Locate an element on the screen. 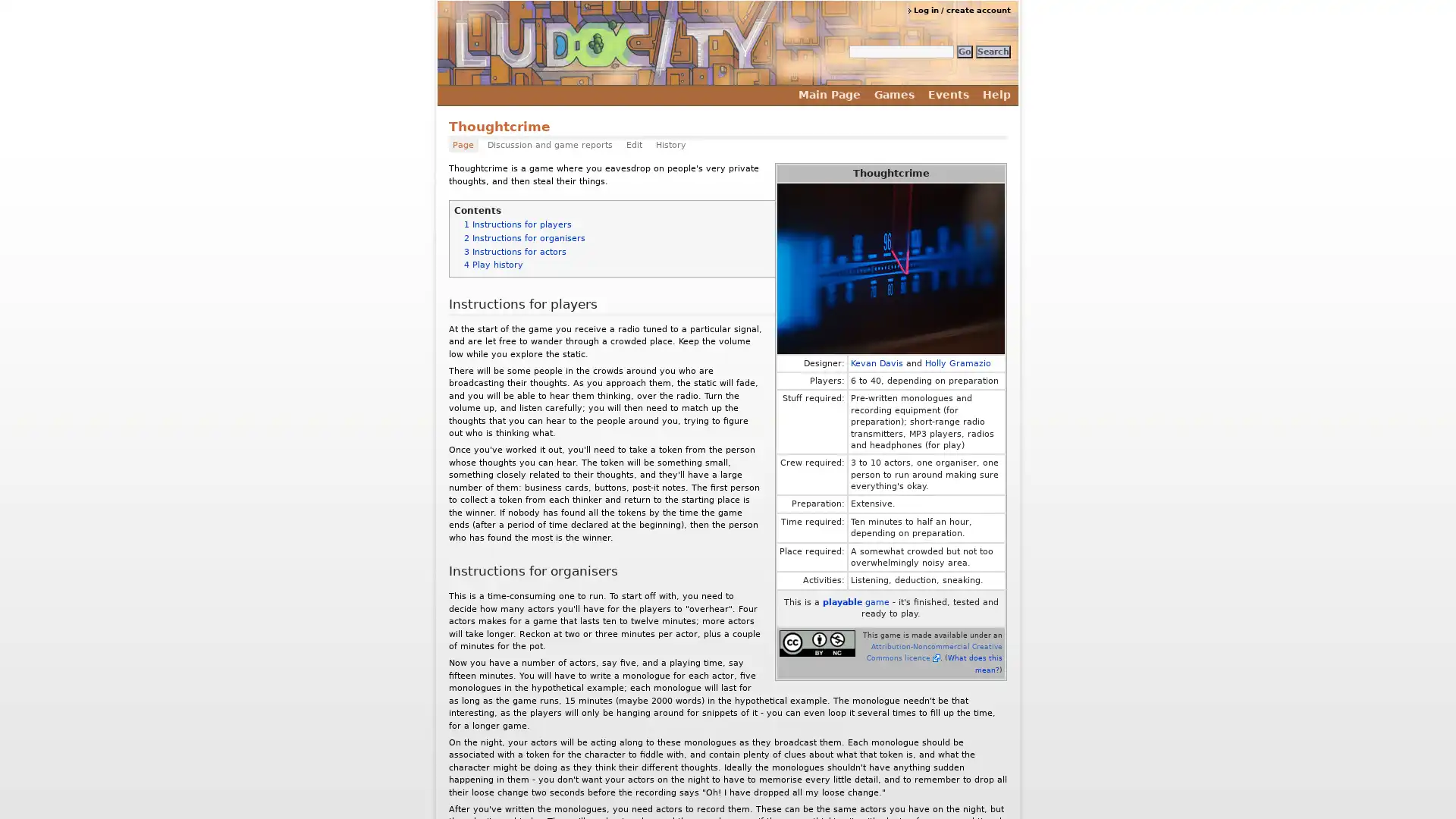  Go is located at coordinates (964, 51).